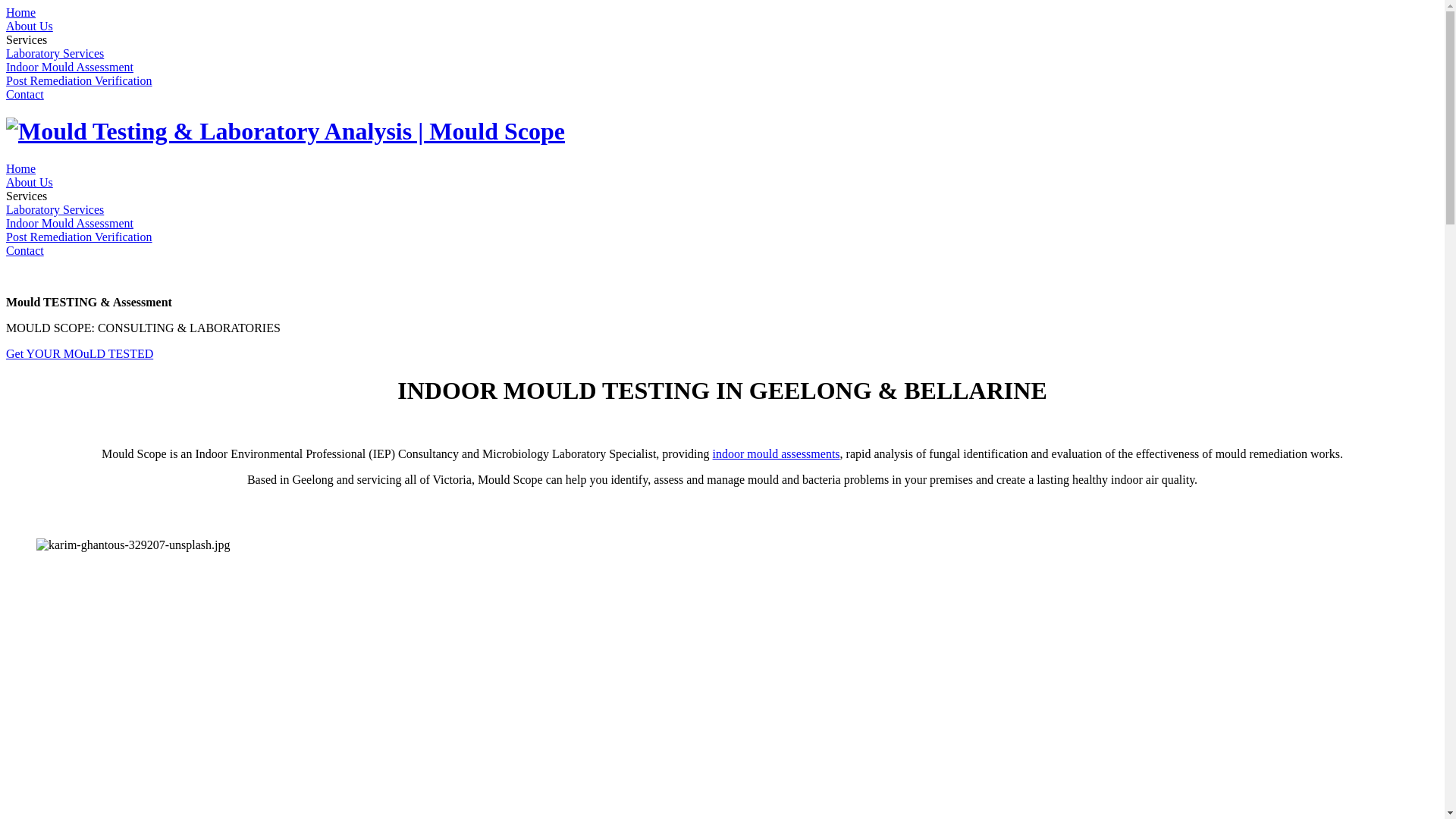 This screenshot has height=819, width=1456. What do you see at coordinates (29, 181) in the screenshot?
I see `'About Us'` at bounding box center [29, 181].